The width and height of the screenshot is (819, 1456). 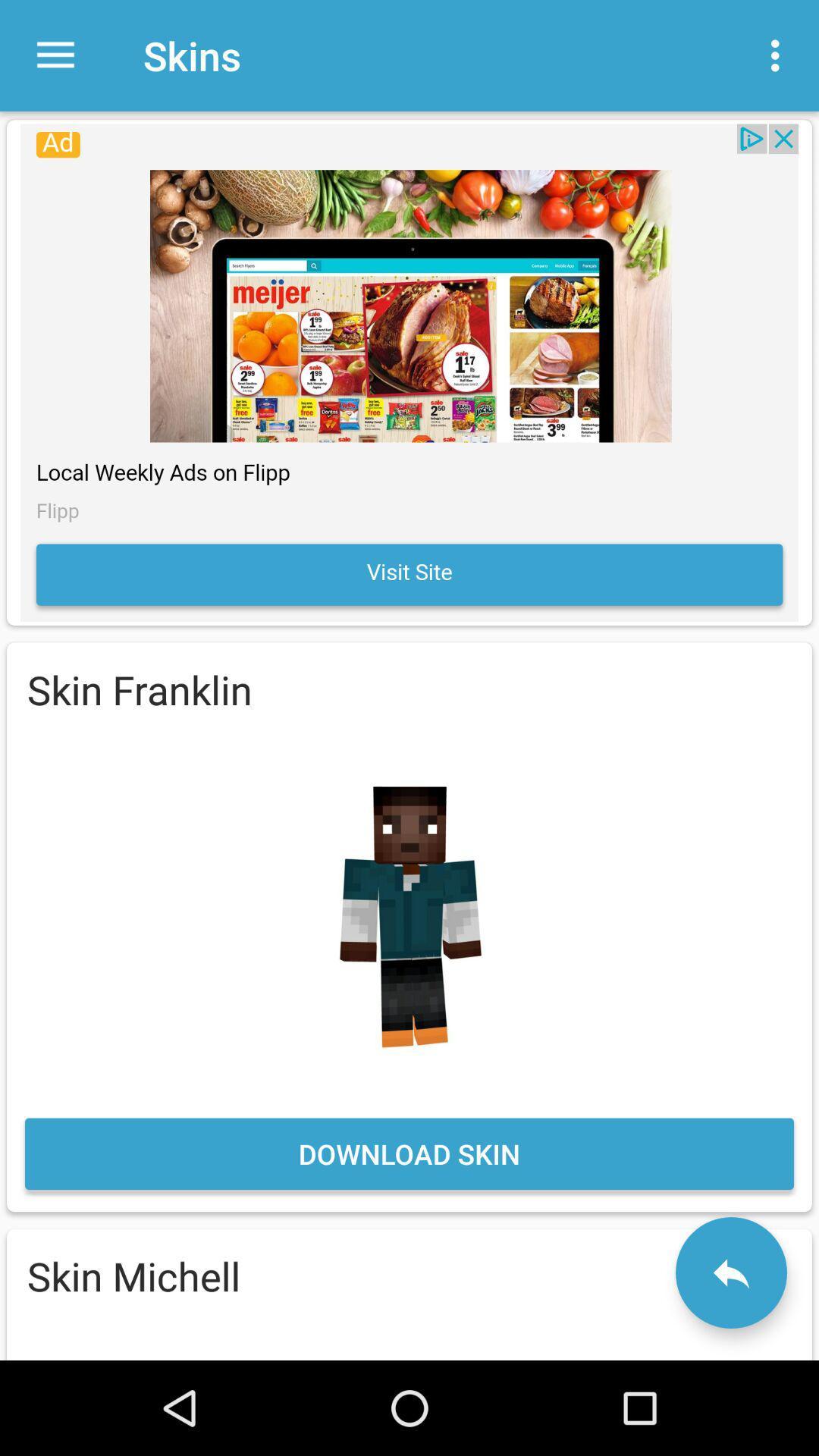 What do you see at coordinates (409, 372) in the screenshot?
I see `click on advertisements` at bounding box center [409, 372].